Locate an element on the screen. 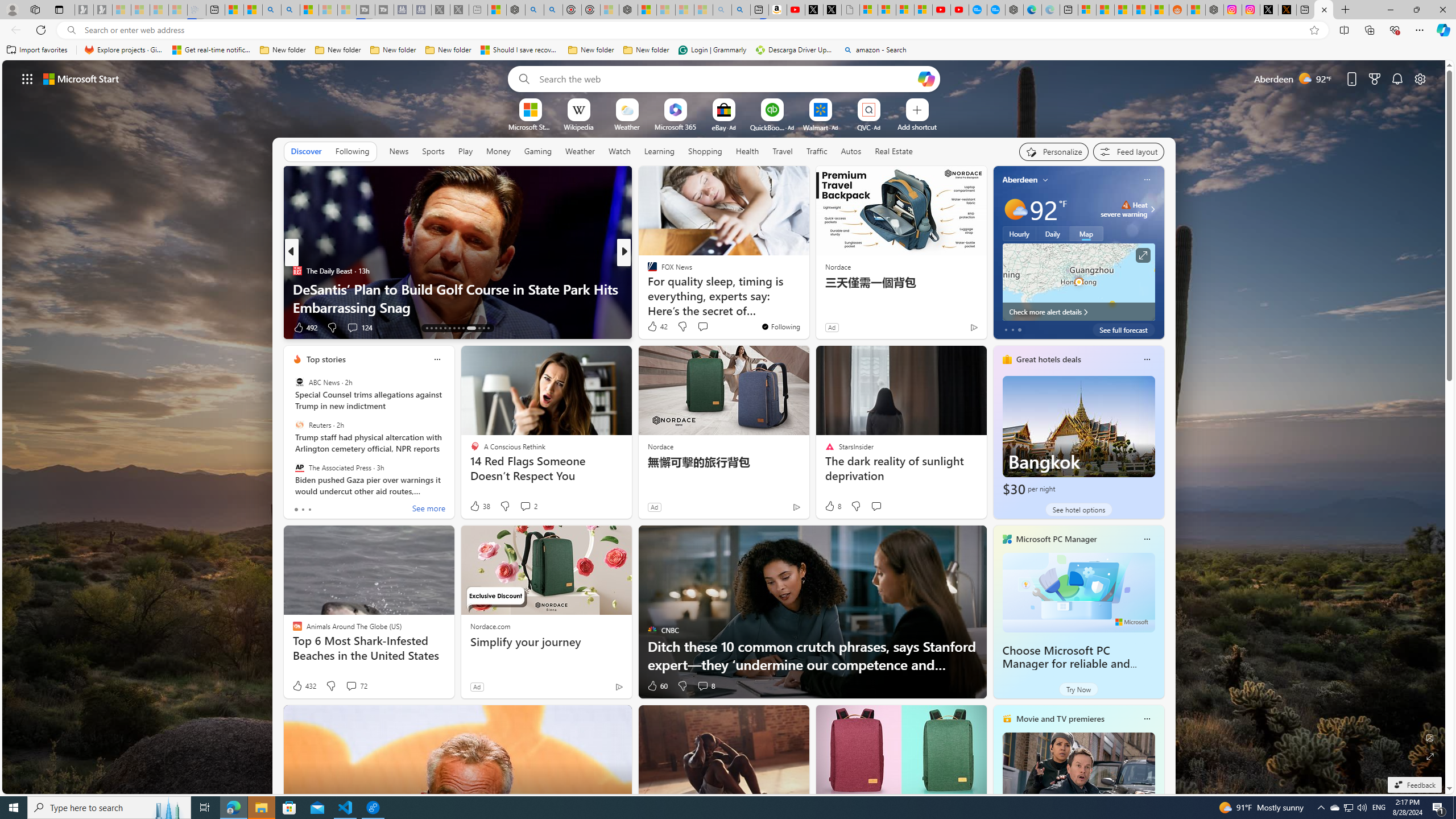 The image size is (1456, 819). 'help.x.com | 524: A timeout occurred' is located at coordinates (1287, 9).